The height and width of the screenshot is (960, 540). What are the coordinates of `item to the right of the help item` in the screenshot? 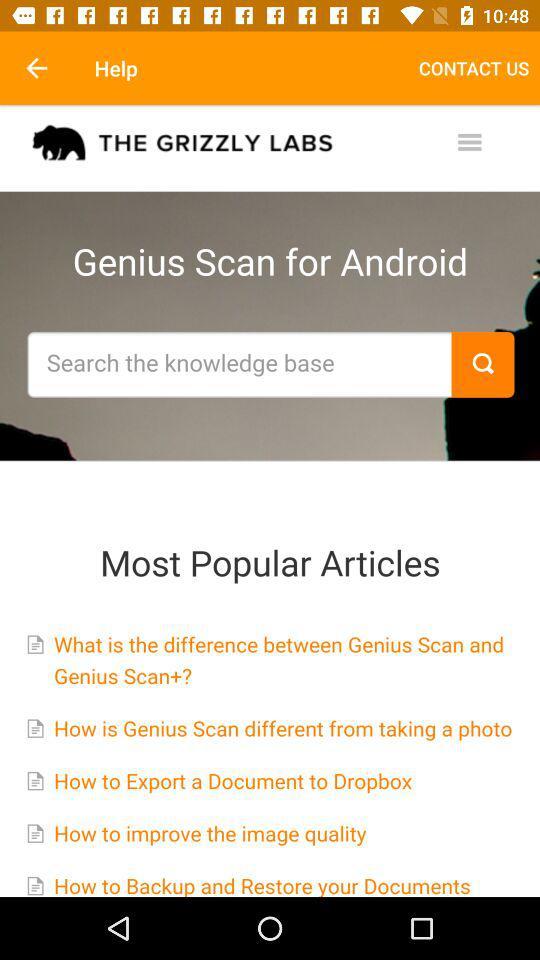 It's located at (473, 68).